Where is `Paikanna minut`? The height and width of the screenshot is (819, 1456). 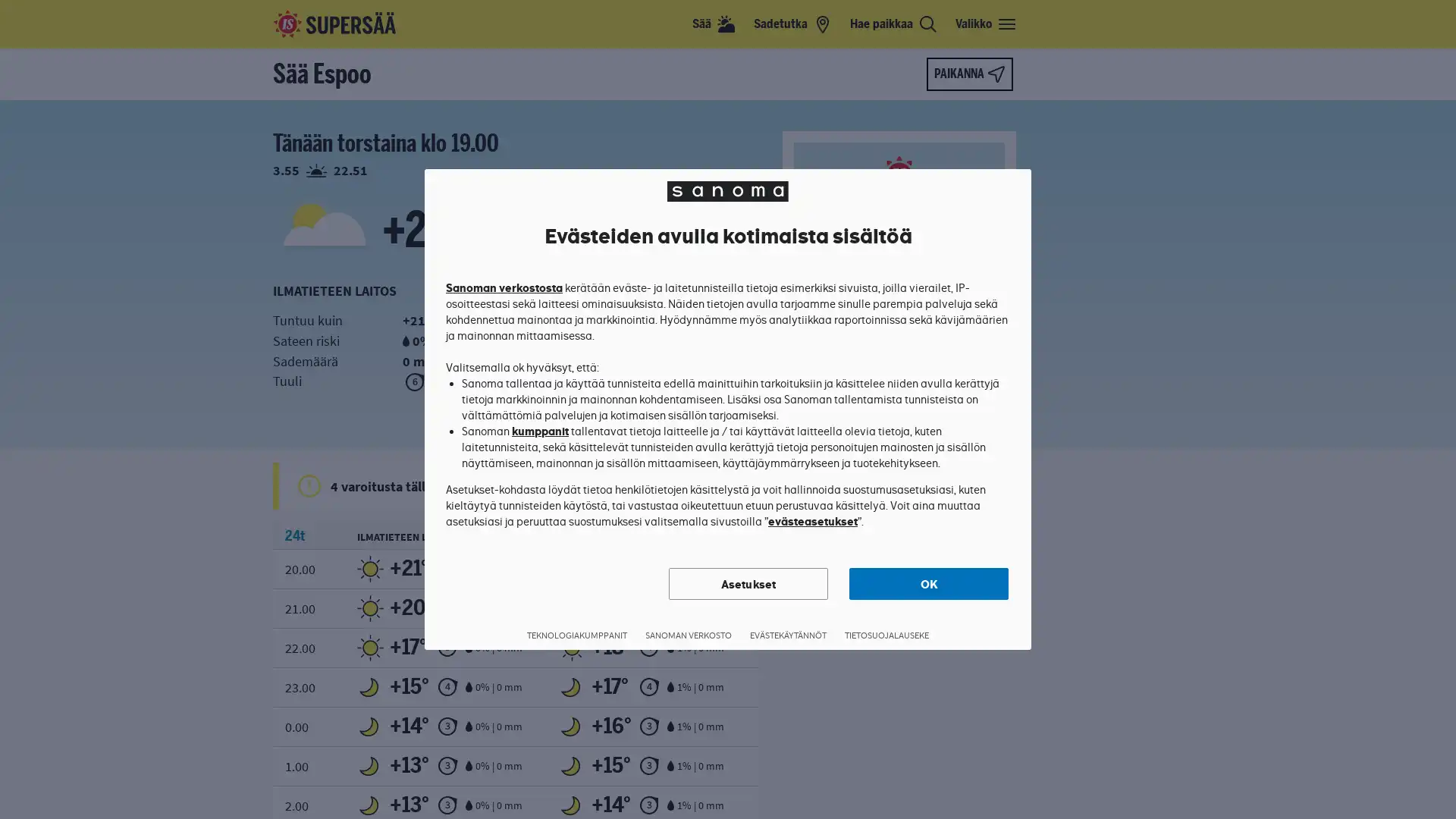 Paikanna minut is located at coordinates (968, 74).